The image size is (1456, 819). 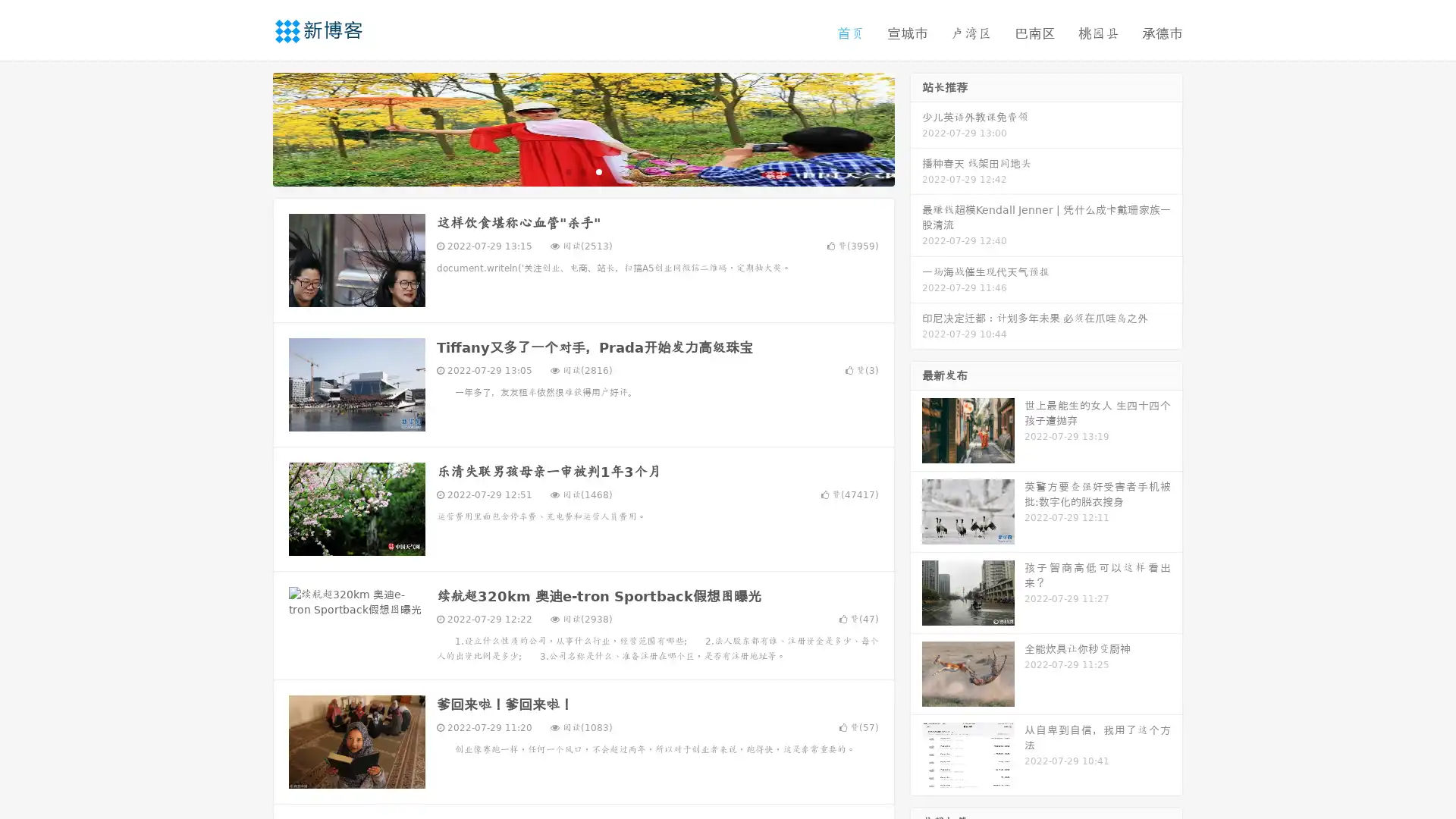 I want to click on Go to slide 1, so click(x=567, y=171).